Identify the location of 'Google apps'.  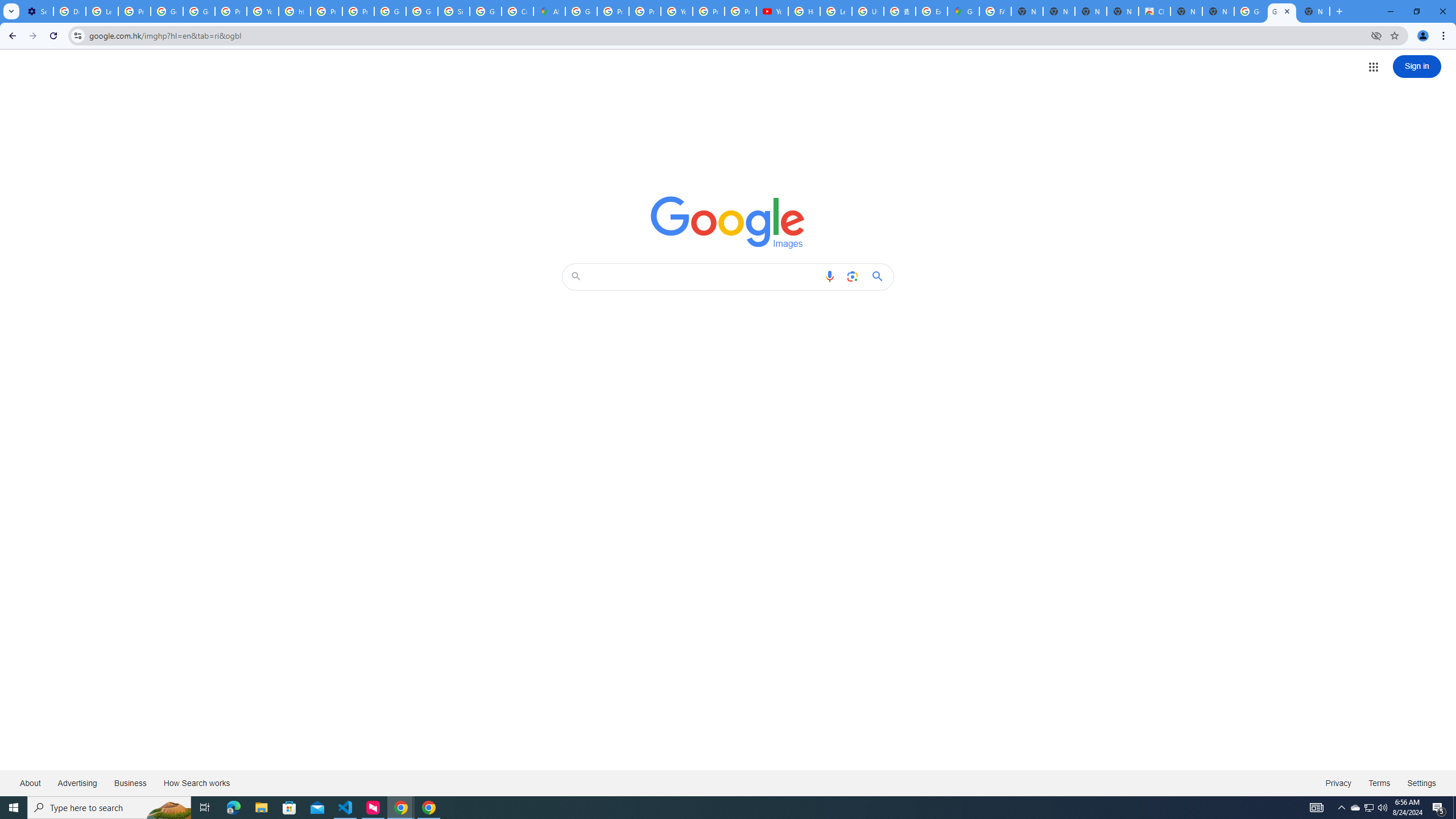
(1373, 66).